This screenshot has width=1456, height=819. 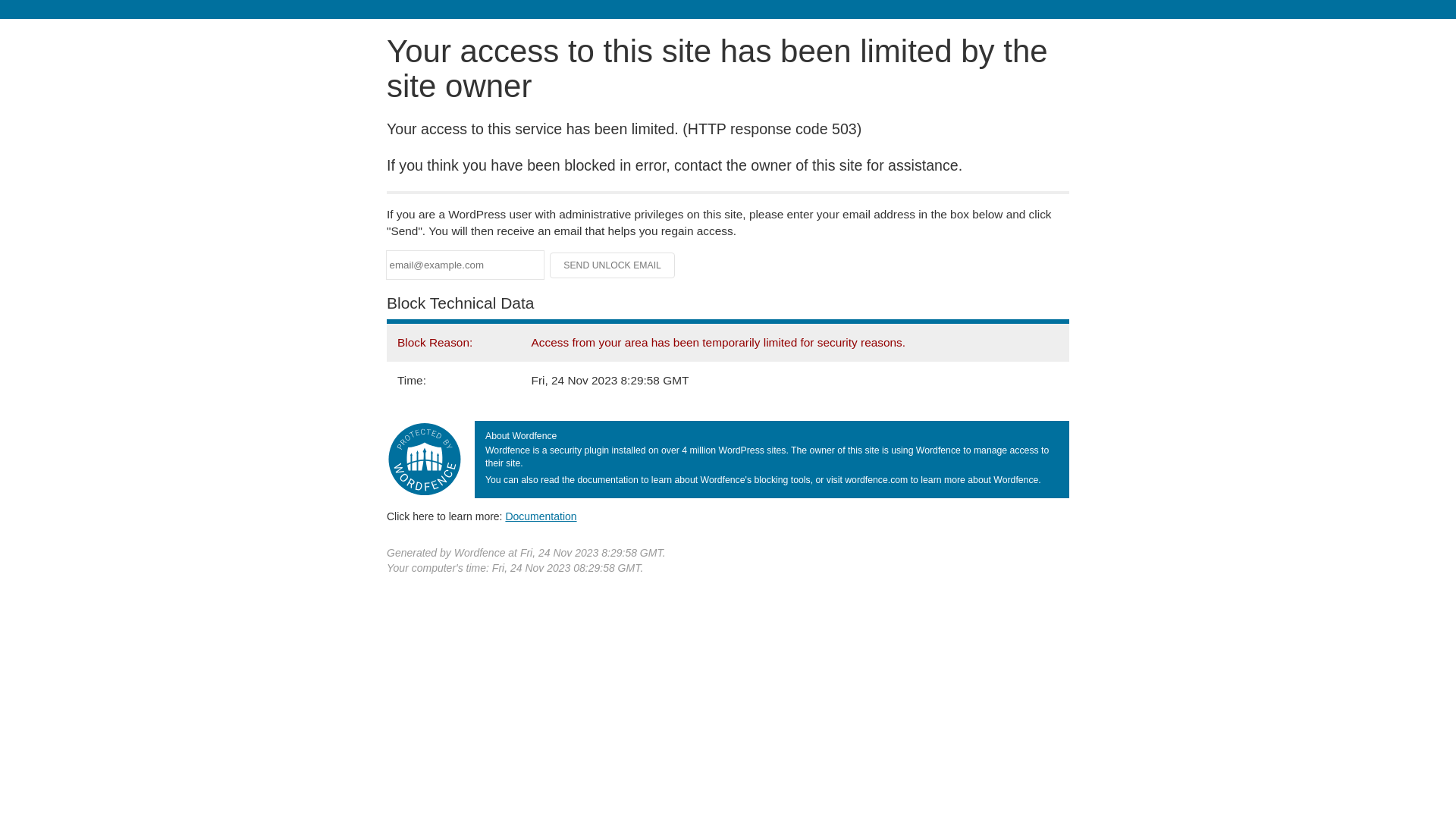 What do you see at coordinates (505, 516) in the screenshot?
I see `'Documentation'` at bounding box center [505, 516].